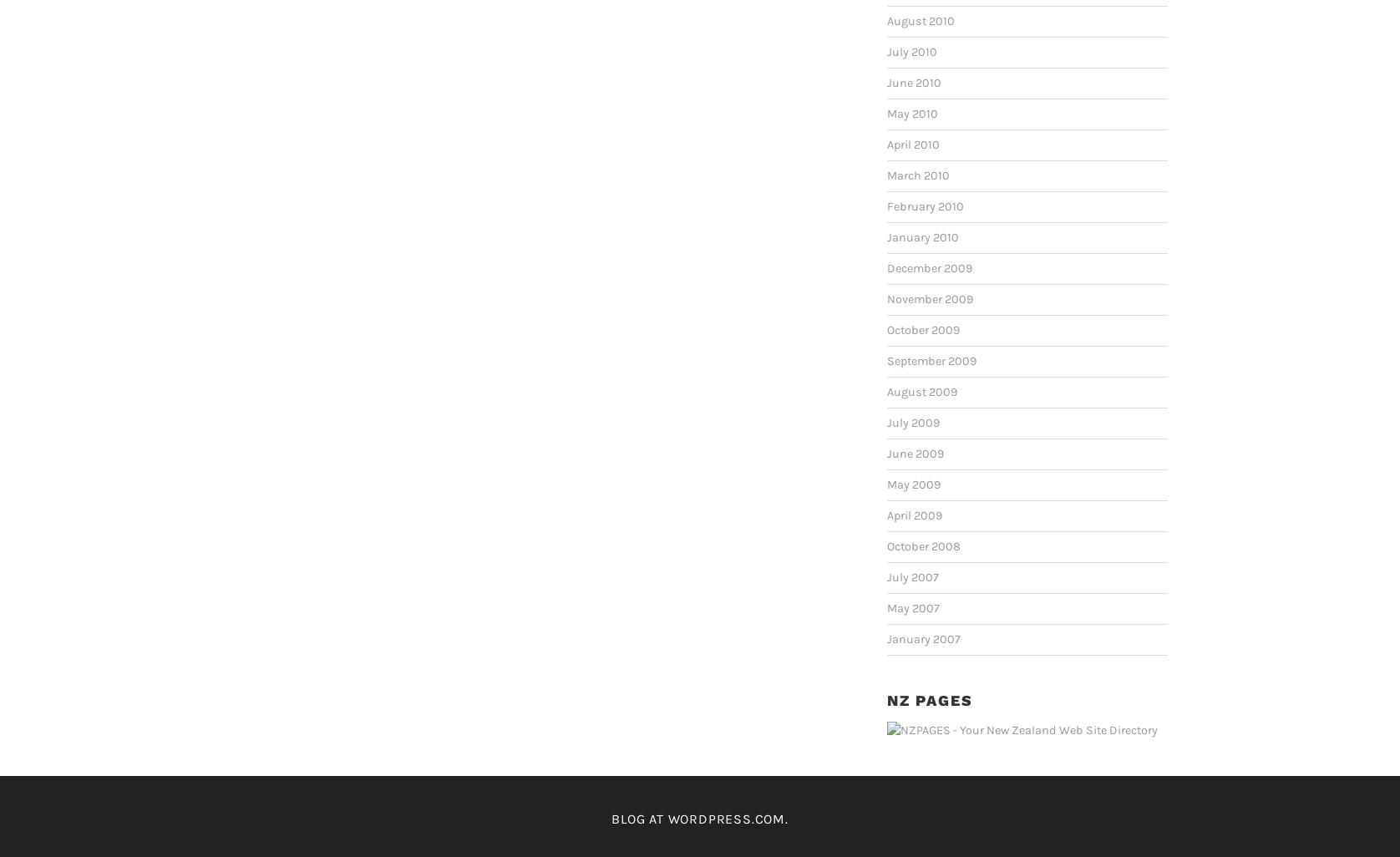 This screenshot has width=1400, height=857. Describe the element at coordinates (911, 576) in the screenshot. I see `'July 2007'` at that location.